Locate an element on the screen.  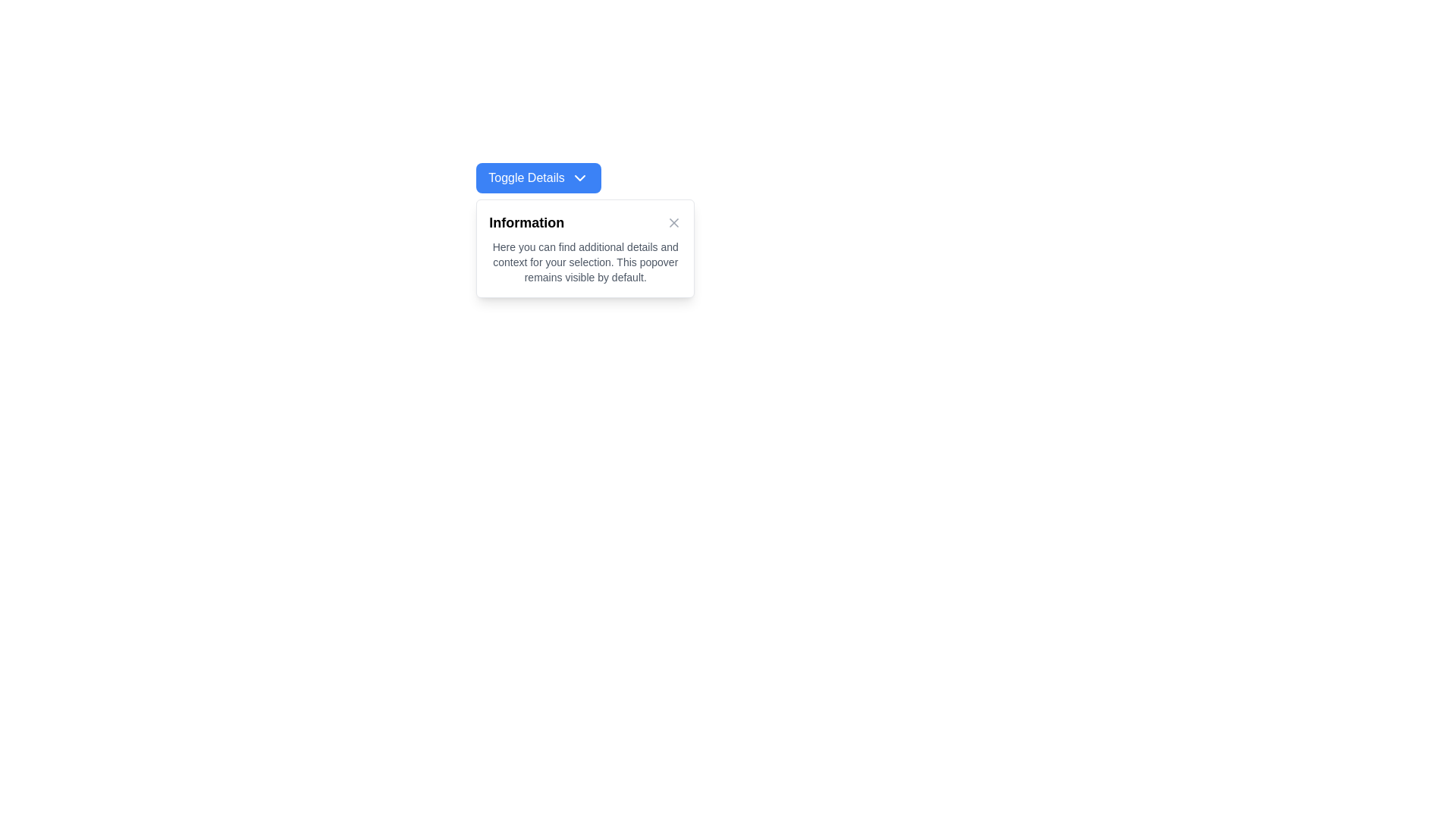
the 'X' close button located at the center of the popover interface is located at coordinates (673, 222).